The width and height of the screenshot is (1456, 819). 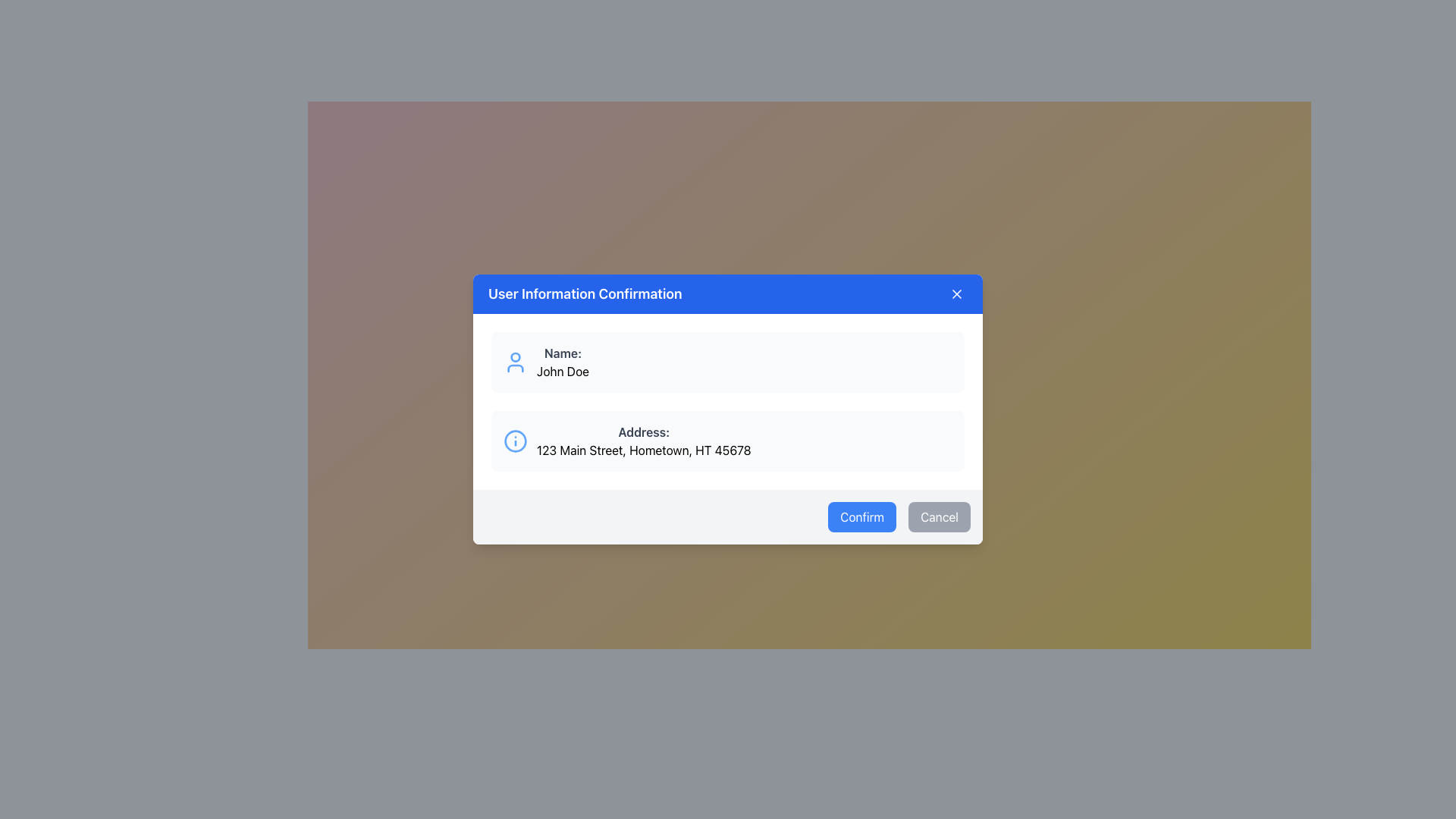 I want to click on the bold gray label text 'Name:' which is located above the name 'John Doe' in the user information section, so click(x=562, y=353).